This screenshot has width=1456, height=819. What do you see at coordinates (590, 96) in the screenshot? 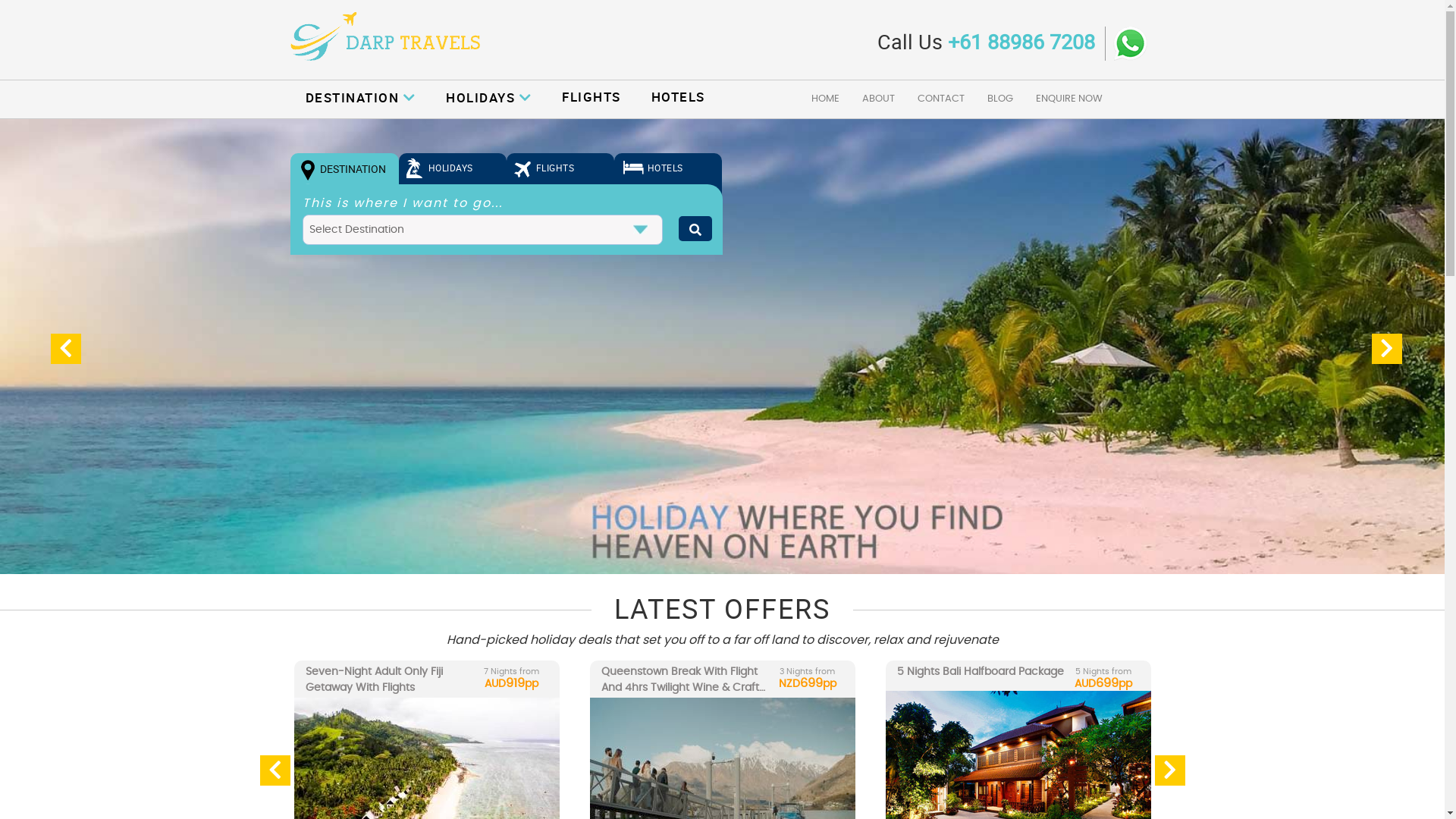
I see `'FLIGHTS'` at bounding box center [590, 96].